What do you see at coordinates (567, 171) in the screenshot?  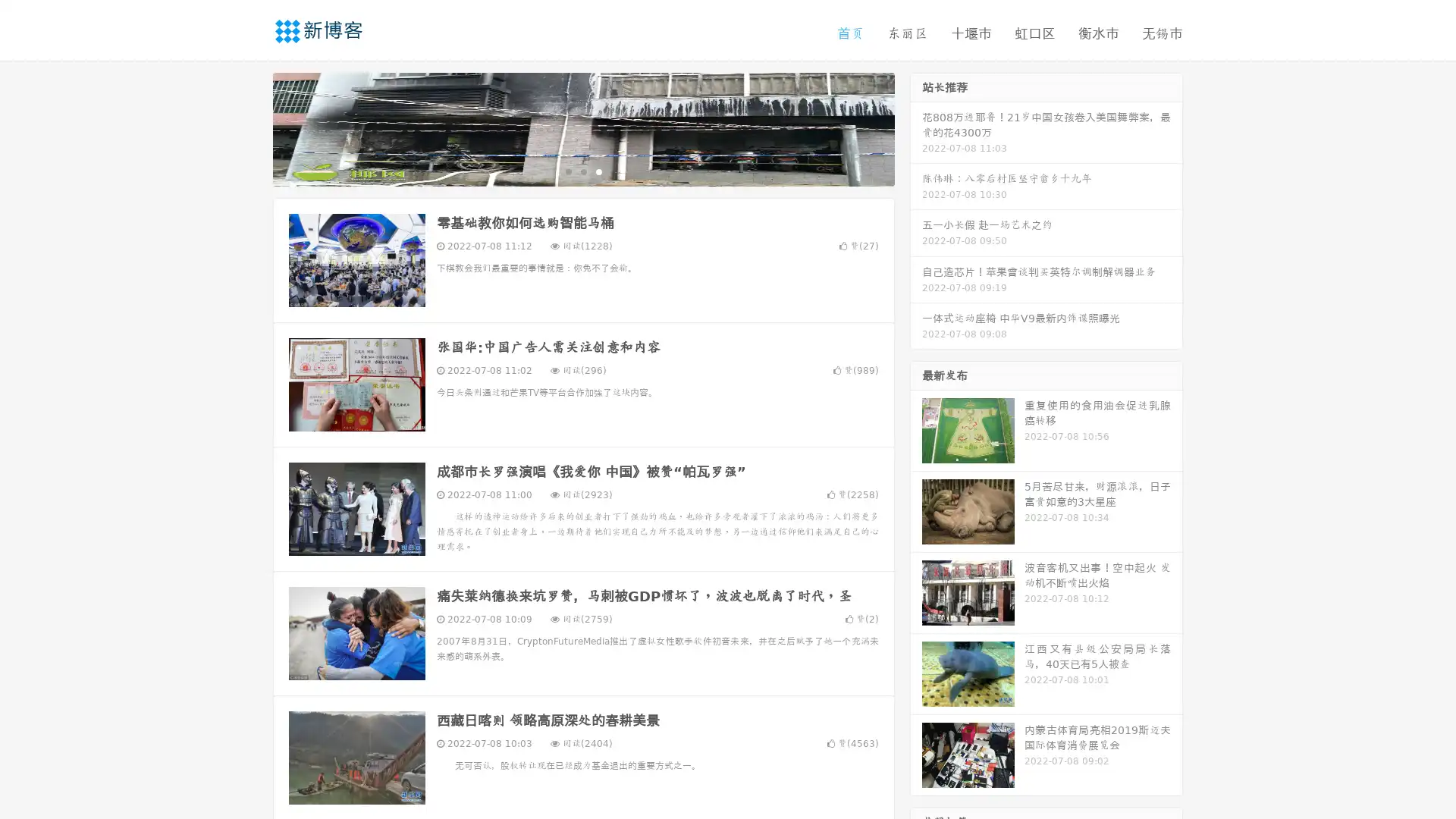 I see `Go to slide 1` at bounding box center [567, 171].